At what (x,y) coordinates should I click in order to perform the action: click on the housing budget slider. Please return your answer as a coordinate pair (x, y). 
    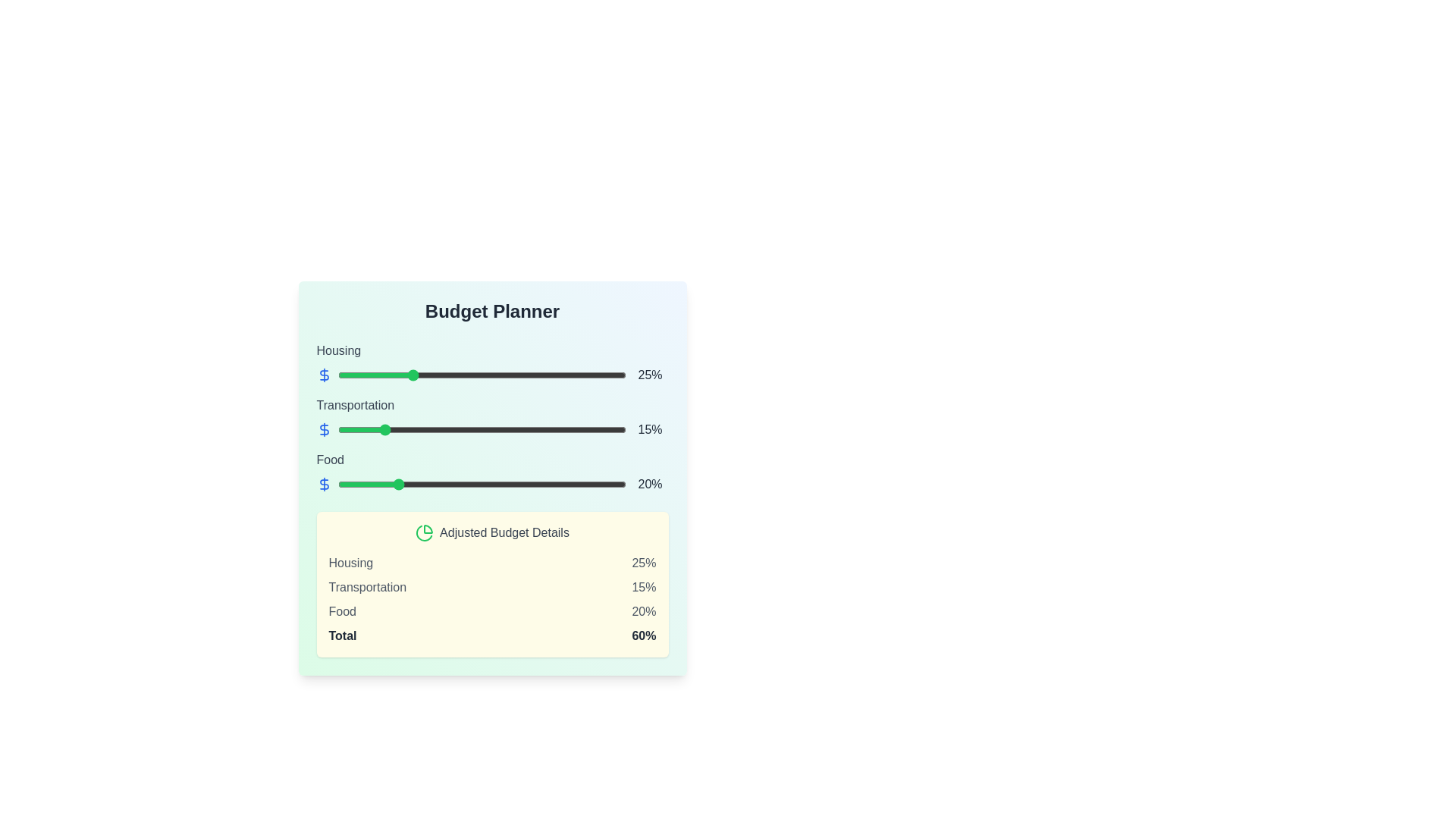
    Looking at the image, I should click on (449, 375).